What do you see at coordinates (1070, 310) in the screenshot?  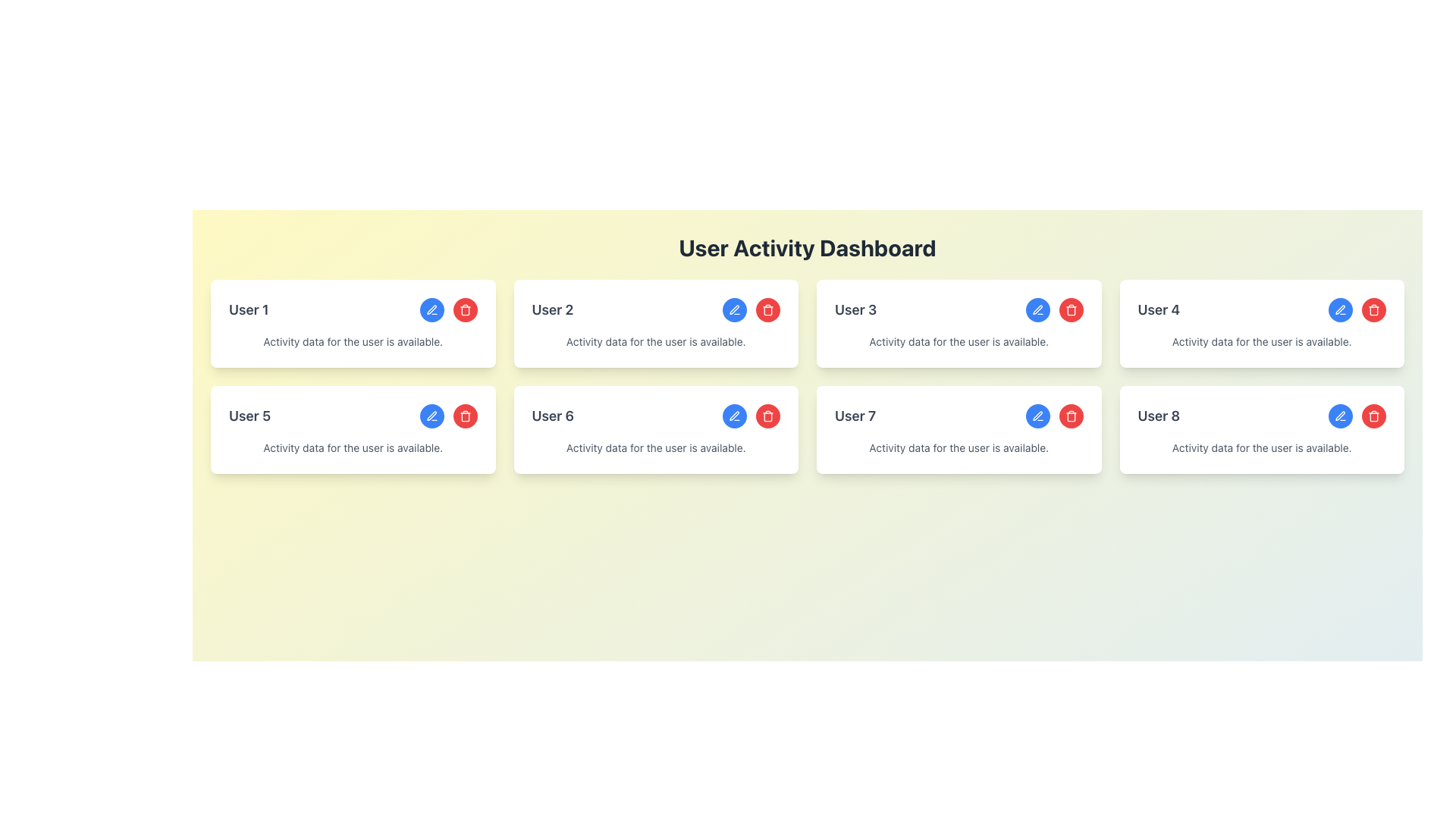 I see `the trash can icon located in the top right corner of the fourth user card in the first row` at bounding box center [1070, 310].